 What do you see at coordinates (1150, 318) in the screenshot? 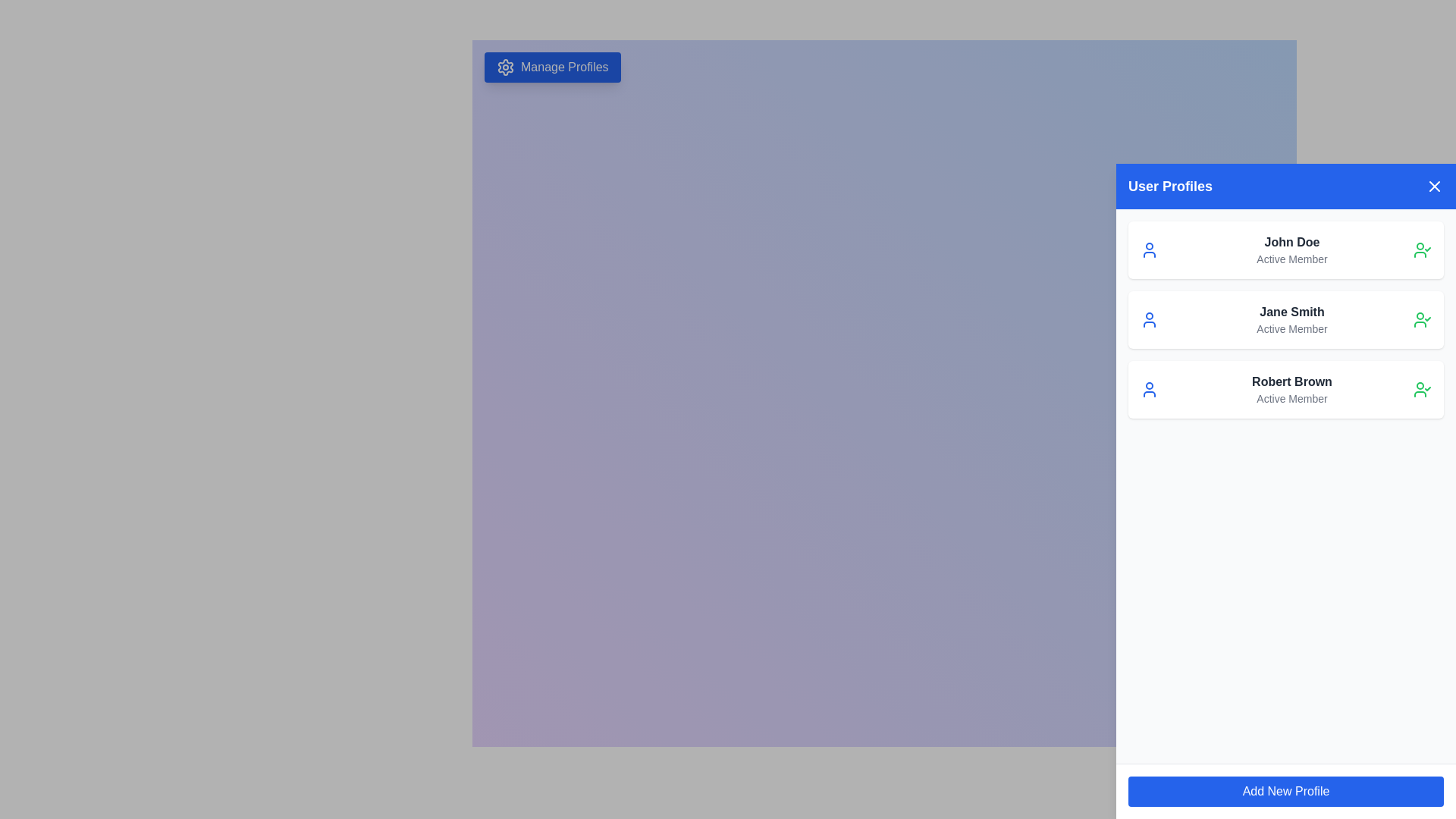
I see `the user detail icon associated with 'Jane Smith, Active Member' located on the left of the profile card in the user list` at bounding box center [1150, 318].